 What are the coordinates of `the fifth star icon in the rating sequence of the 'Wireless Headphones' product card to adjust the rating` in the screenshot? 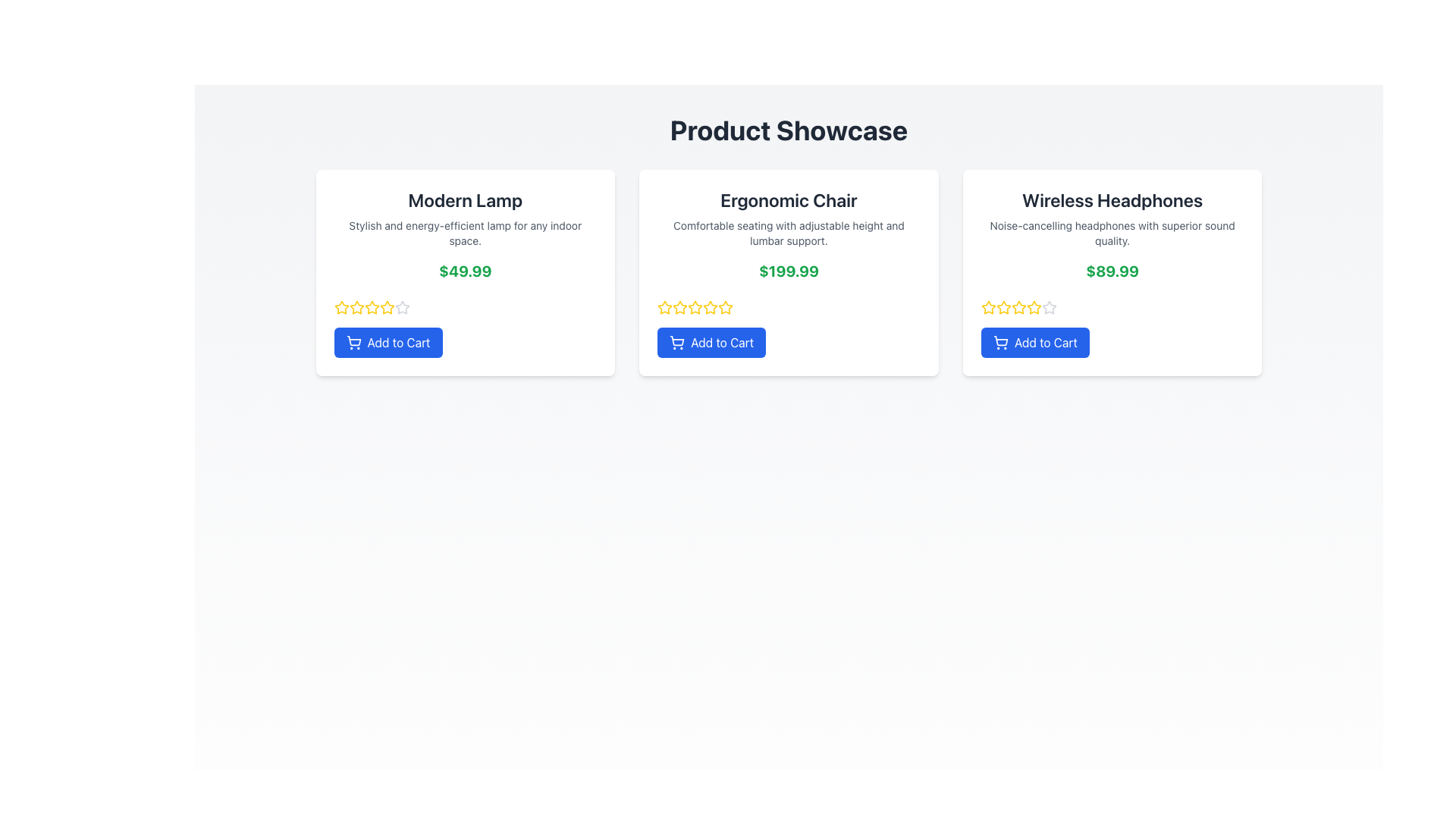 It's located at (1033, 307).